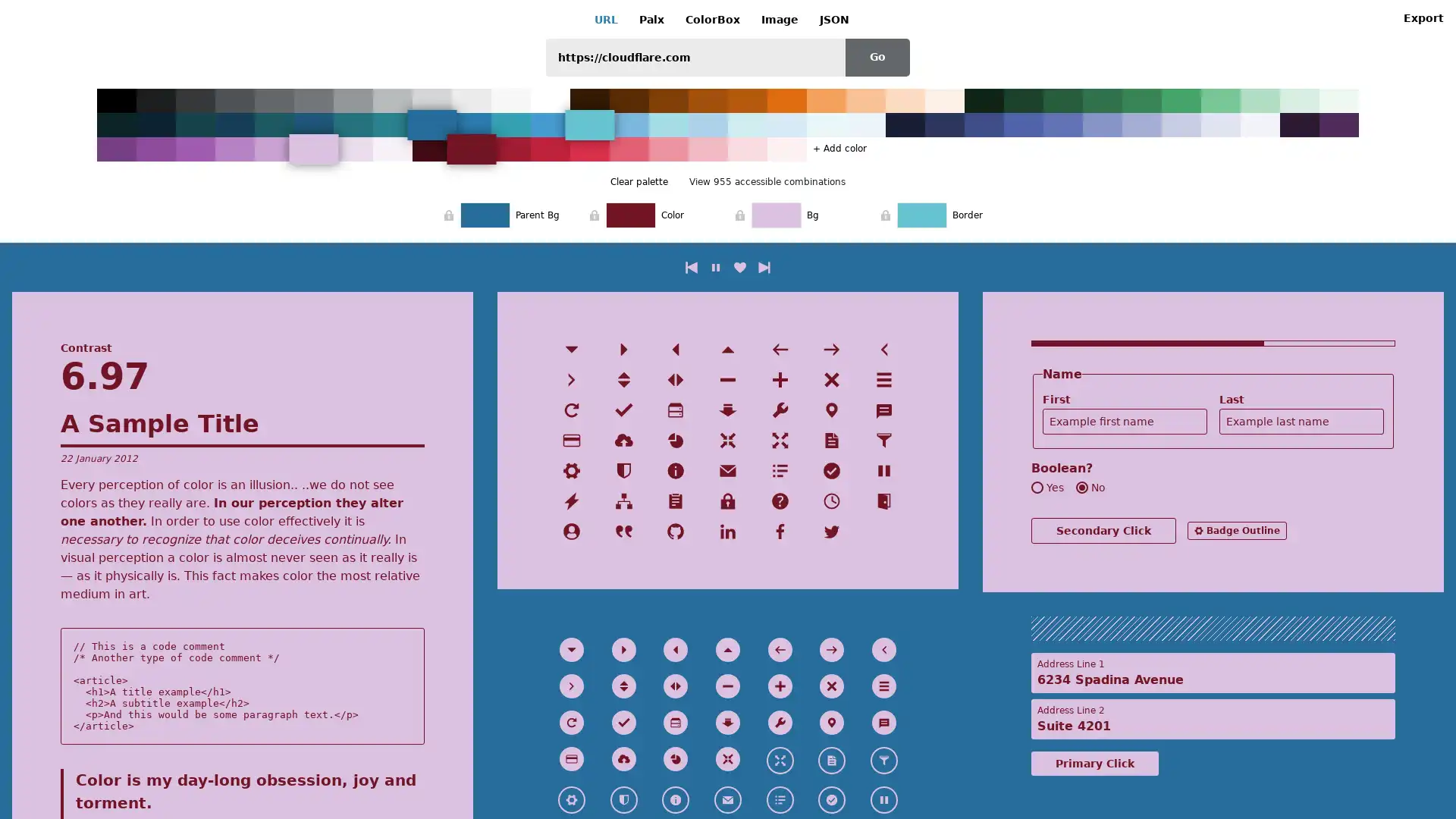  What do you see at coordinates (605, 20) in the screenshot?
I see `URL` at bounding box center [605, 20].